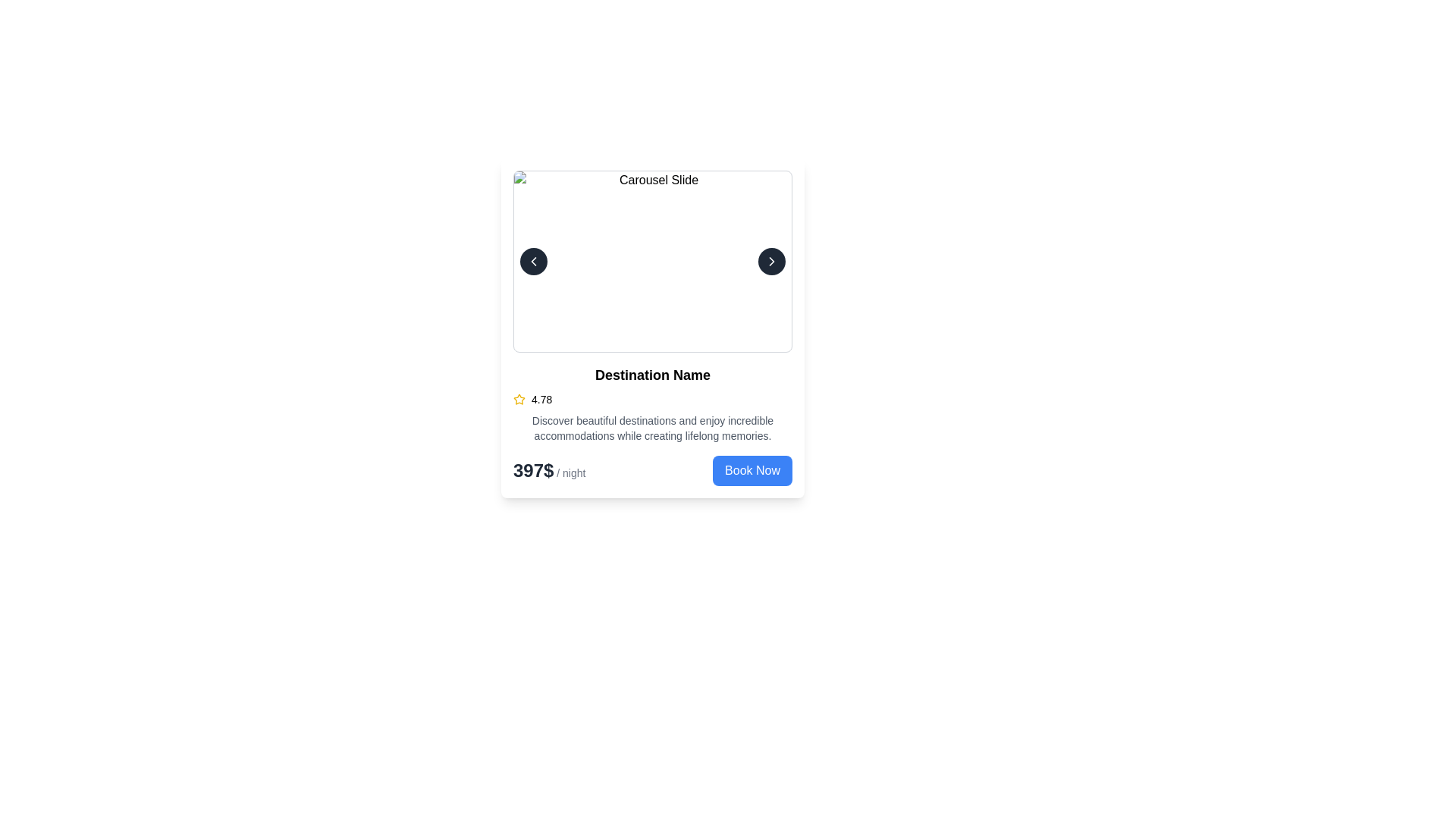  What do you see at coordinates (534, 260) in the screenshot?
I see `the left arrow icon within the circular button in the left-side navigation of the carousel` at bounding box center [534, 260].